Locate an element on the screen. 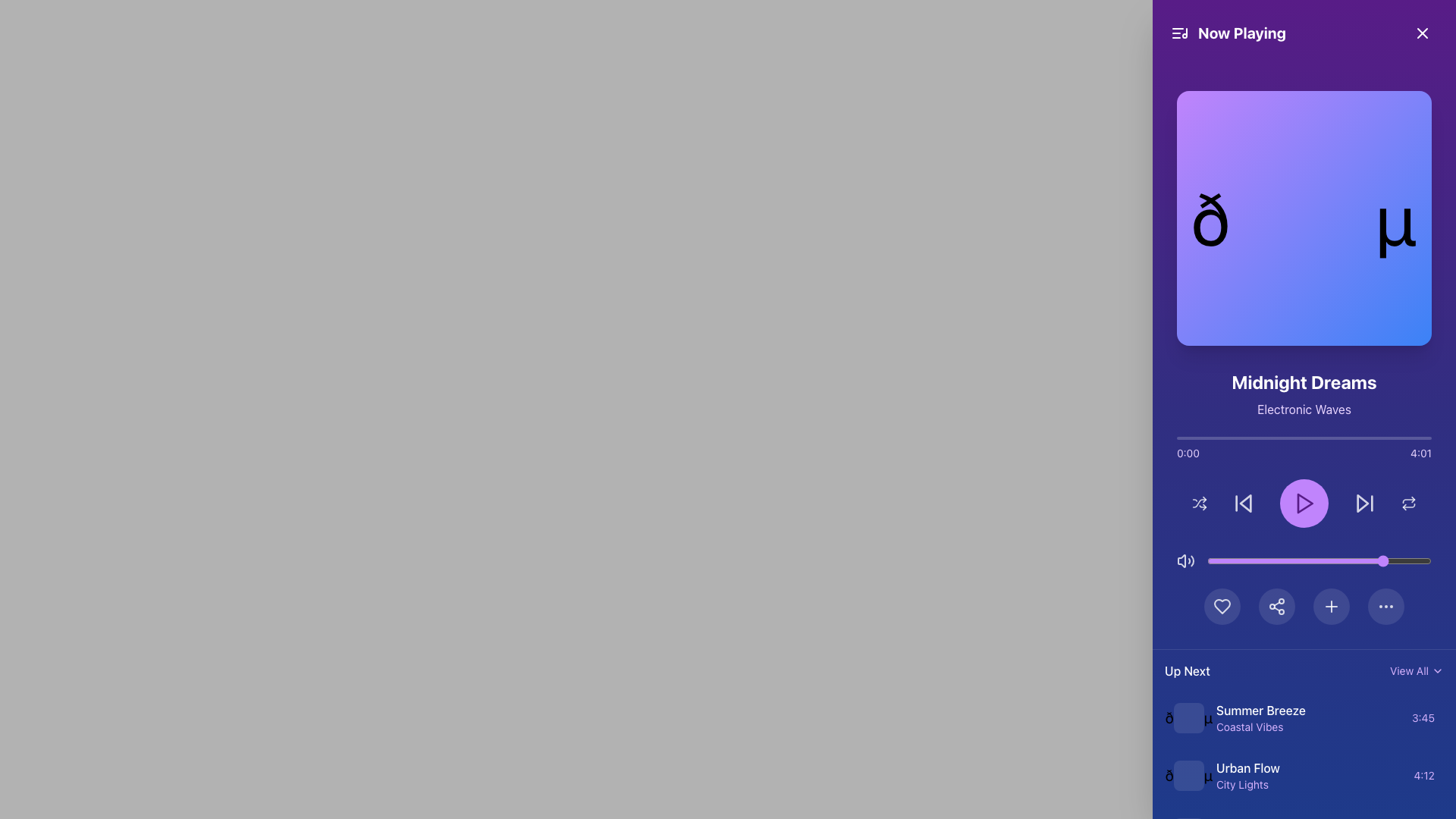  the non-interactive text element displaying 'Electronic Waves' is located at coordinates (1303, 409).